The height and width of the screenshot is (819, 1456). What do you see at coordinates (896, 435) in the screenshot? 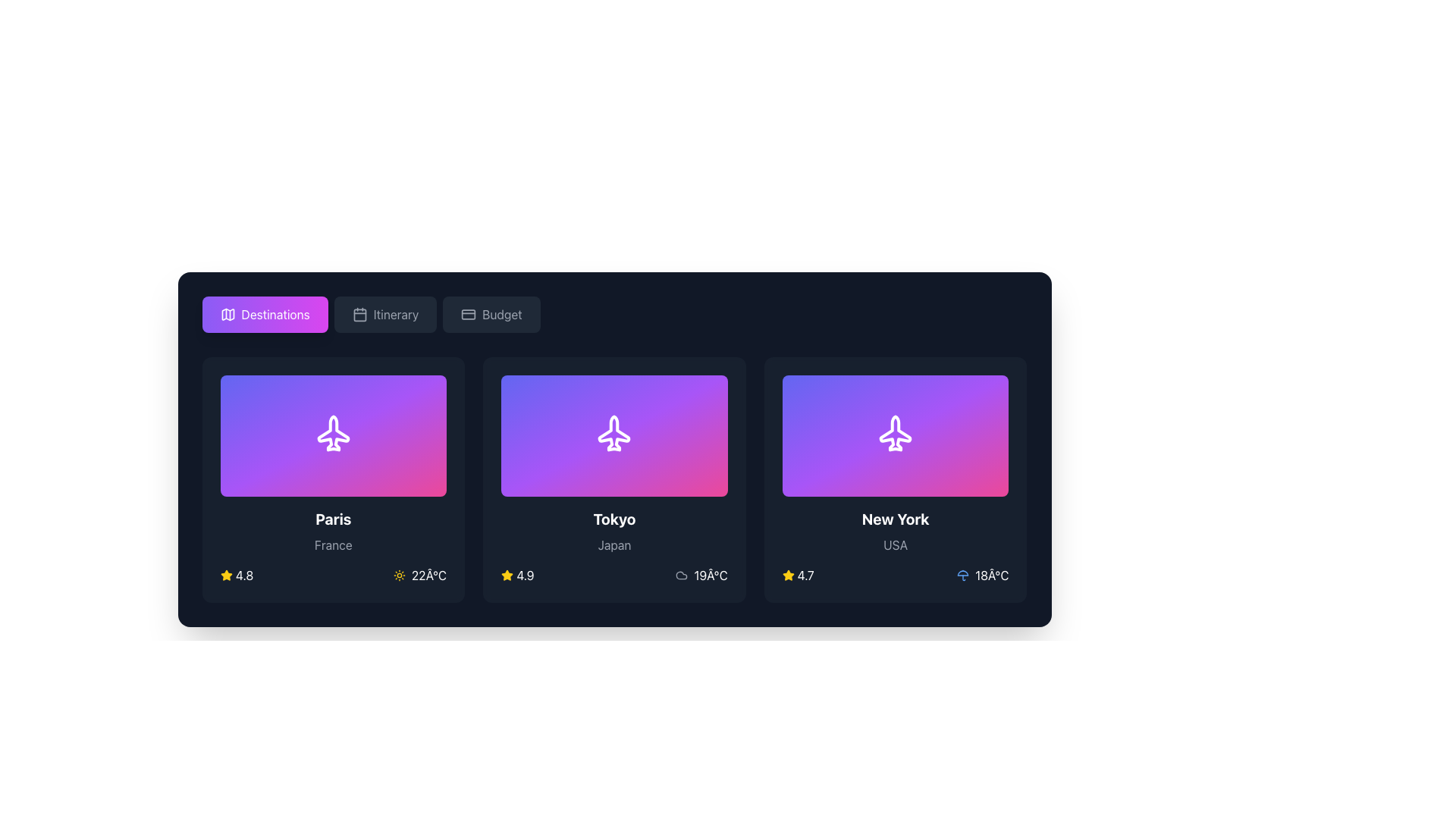
I see `the decorative airplane icon in the card displaying details for 'New York', which is the central piece of the triptych layout` at bounding box center [896, 435].